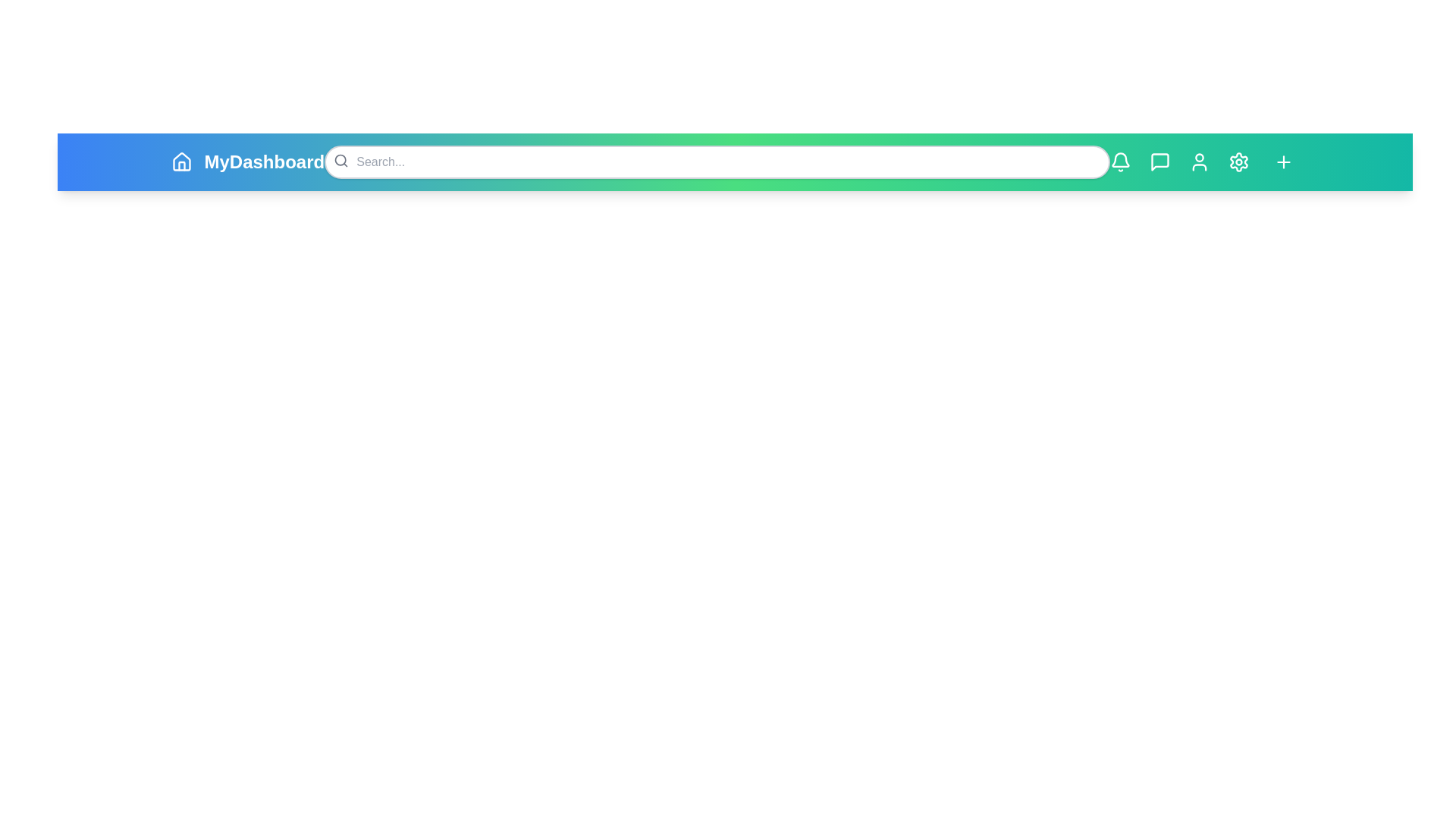 The width and height of the screenshot is (1456, 819). What do you see at coordinates (1159, 162) in the screenshot?
I see `the speech bubble icon to view messages` at bounding box center [1159, 162].